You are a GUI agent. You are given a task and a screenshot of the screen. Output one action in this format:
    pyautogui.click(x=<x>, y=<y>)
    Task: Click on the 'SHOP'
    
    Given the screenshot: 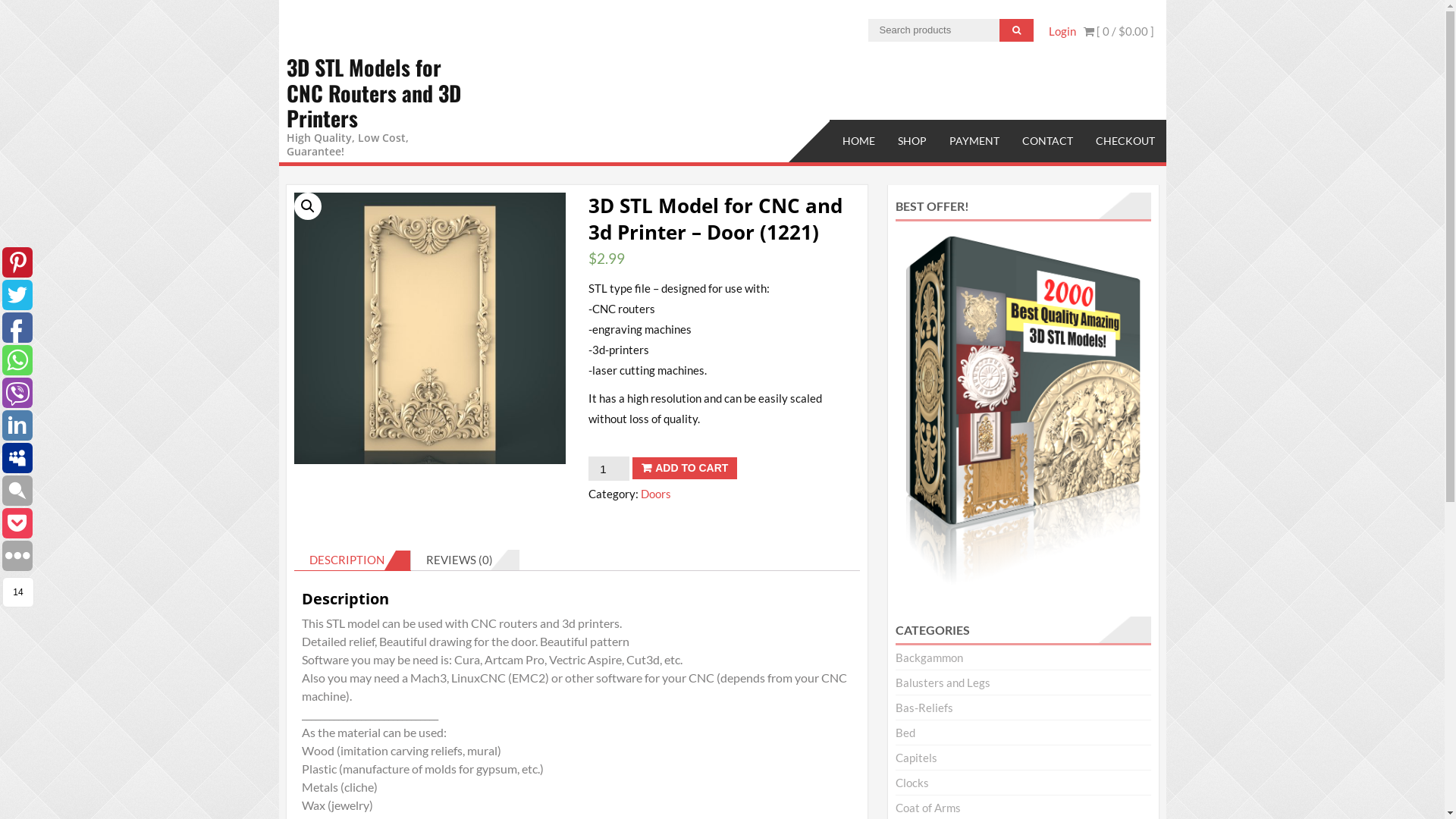 What is the action you would take?
    pyautogui.click(x=910, y=140)
    